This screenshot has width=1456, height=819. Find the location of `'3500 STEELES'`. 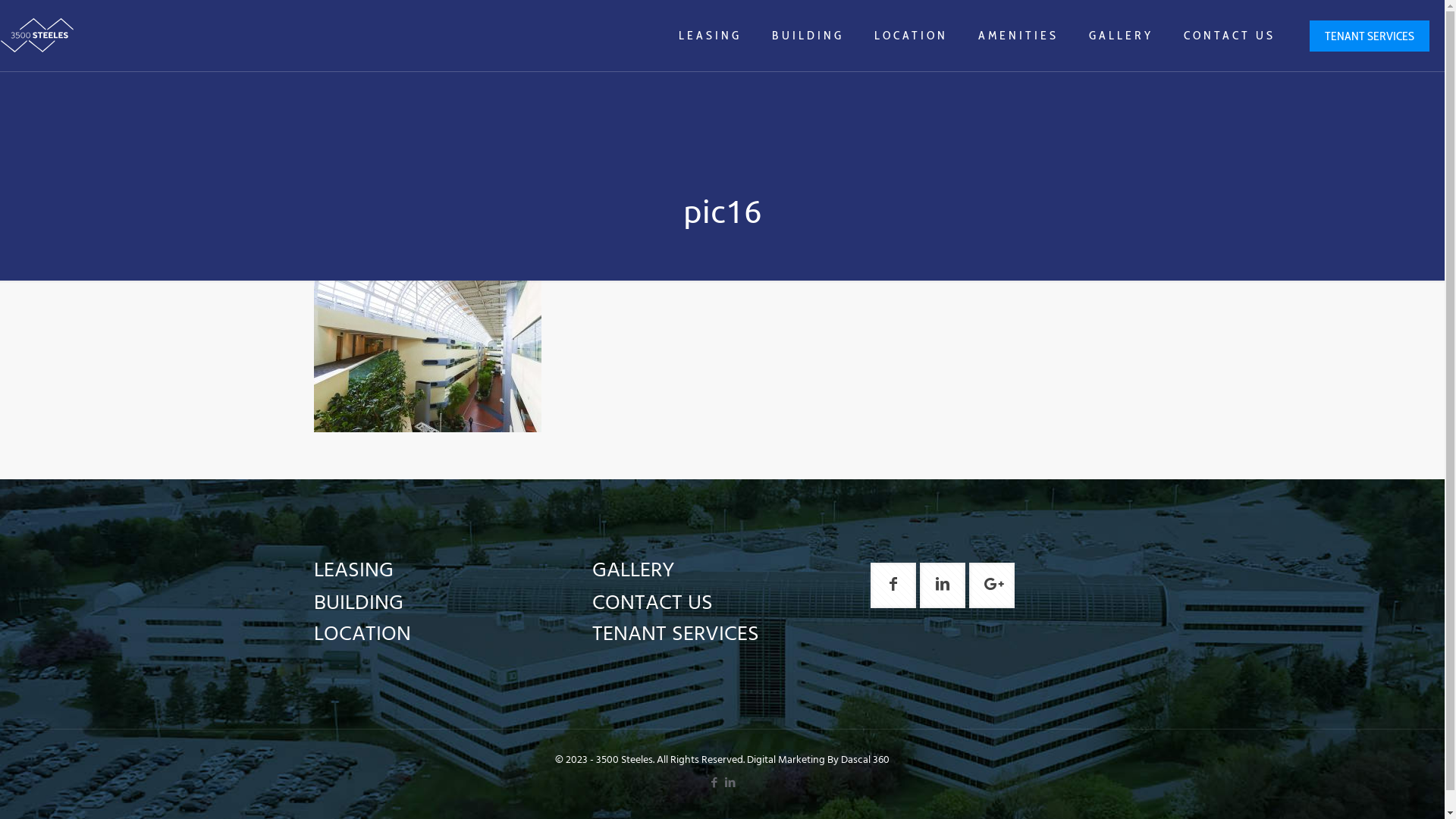

'3500 STEELES' is located at coordinates (37, 34).